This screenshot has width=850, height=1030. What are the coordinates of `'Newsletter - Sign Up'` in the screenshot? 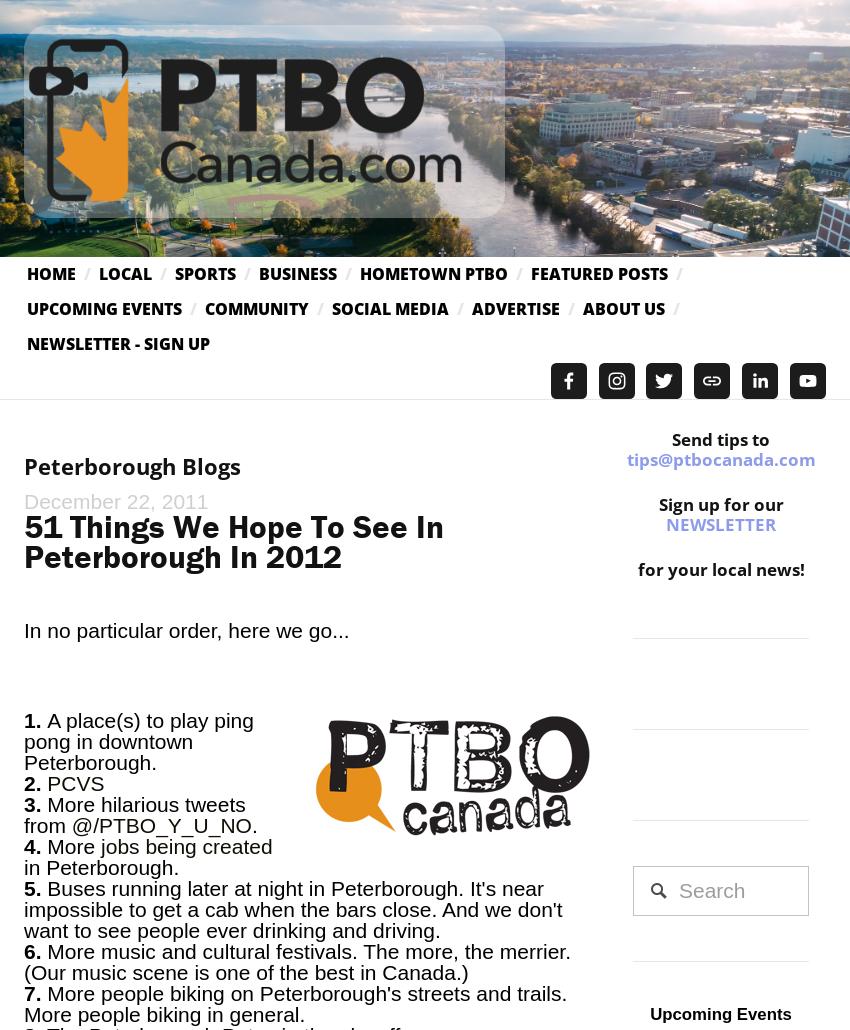 It's located at (117, 344).